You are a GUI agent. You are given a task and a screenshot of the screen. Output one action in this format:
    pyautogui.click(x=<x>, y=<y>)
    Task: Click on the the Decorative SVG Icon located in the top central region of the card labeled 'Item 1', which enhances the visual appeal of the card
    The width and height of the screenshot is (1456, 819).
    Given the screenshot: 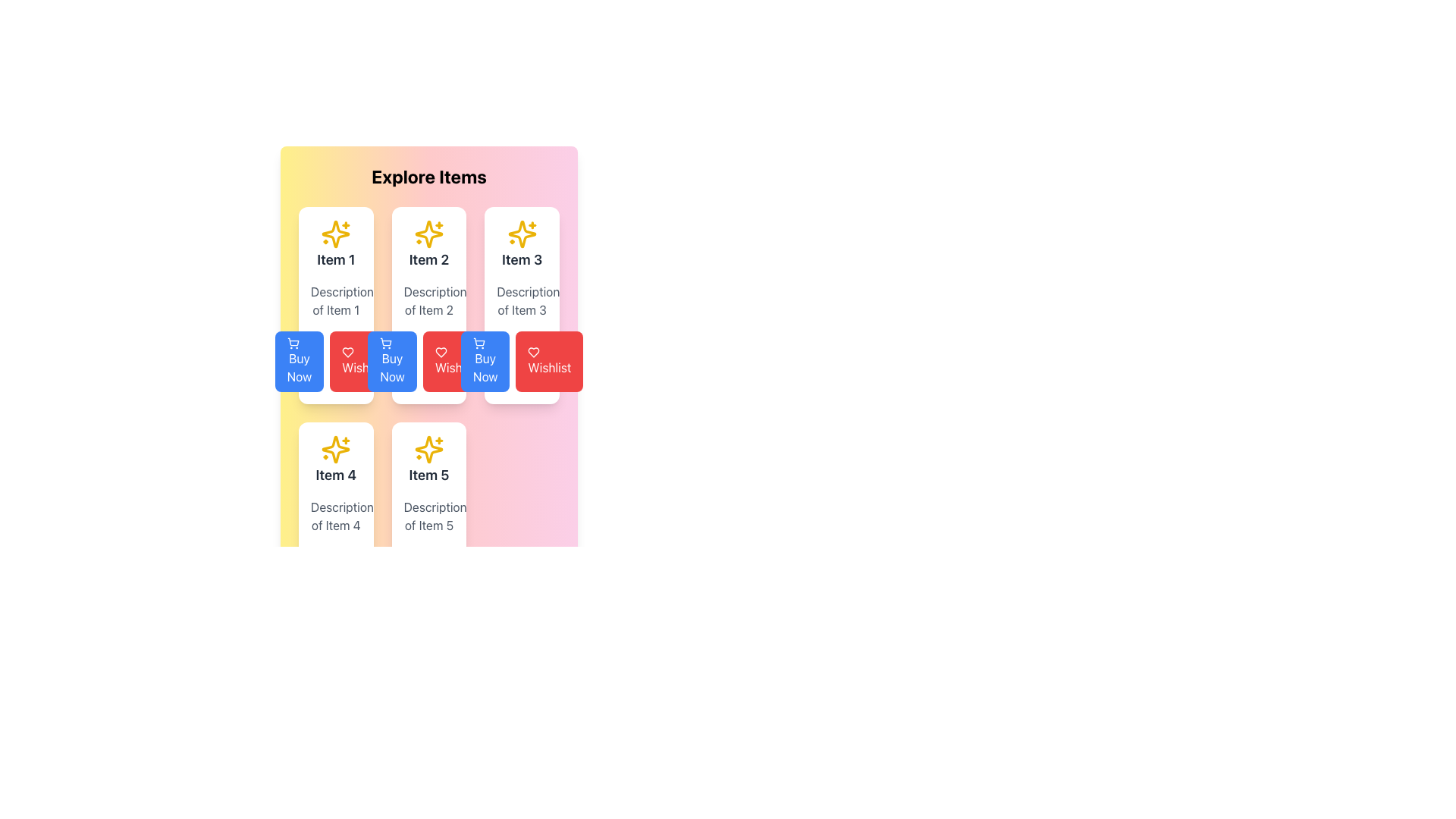 What is the action you would take?
    pyautogui.click(x=335, y=234)
    